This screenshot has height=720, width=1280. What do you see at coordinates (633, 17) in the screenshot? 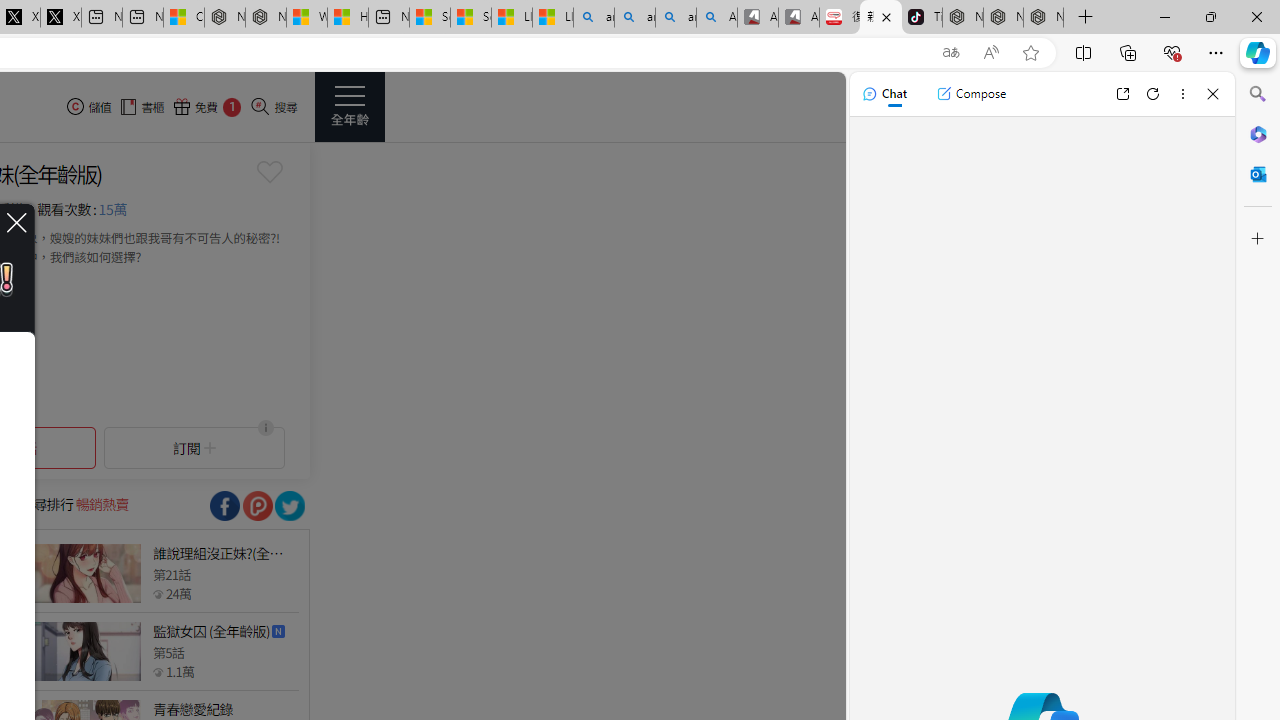
I see `'amazon - Search'` at bounding box center [633, 17].